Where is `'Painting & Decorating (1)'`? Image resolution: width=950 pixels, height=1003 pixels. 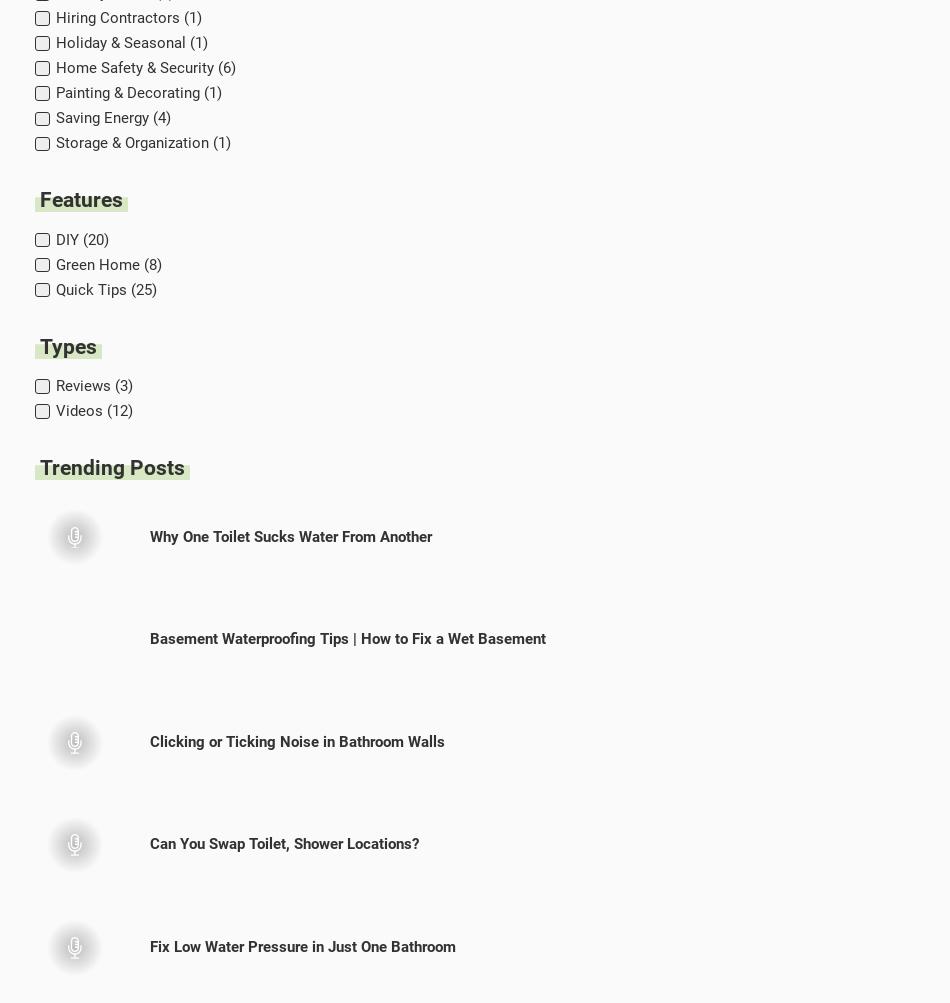 'Painting & Decorating (1)' is located at coordinates (138, 93).